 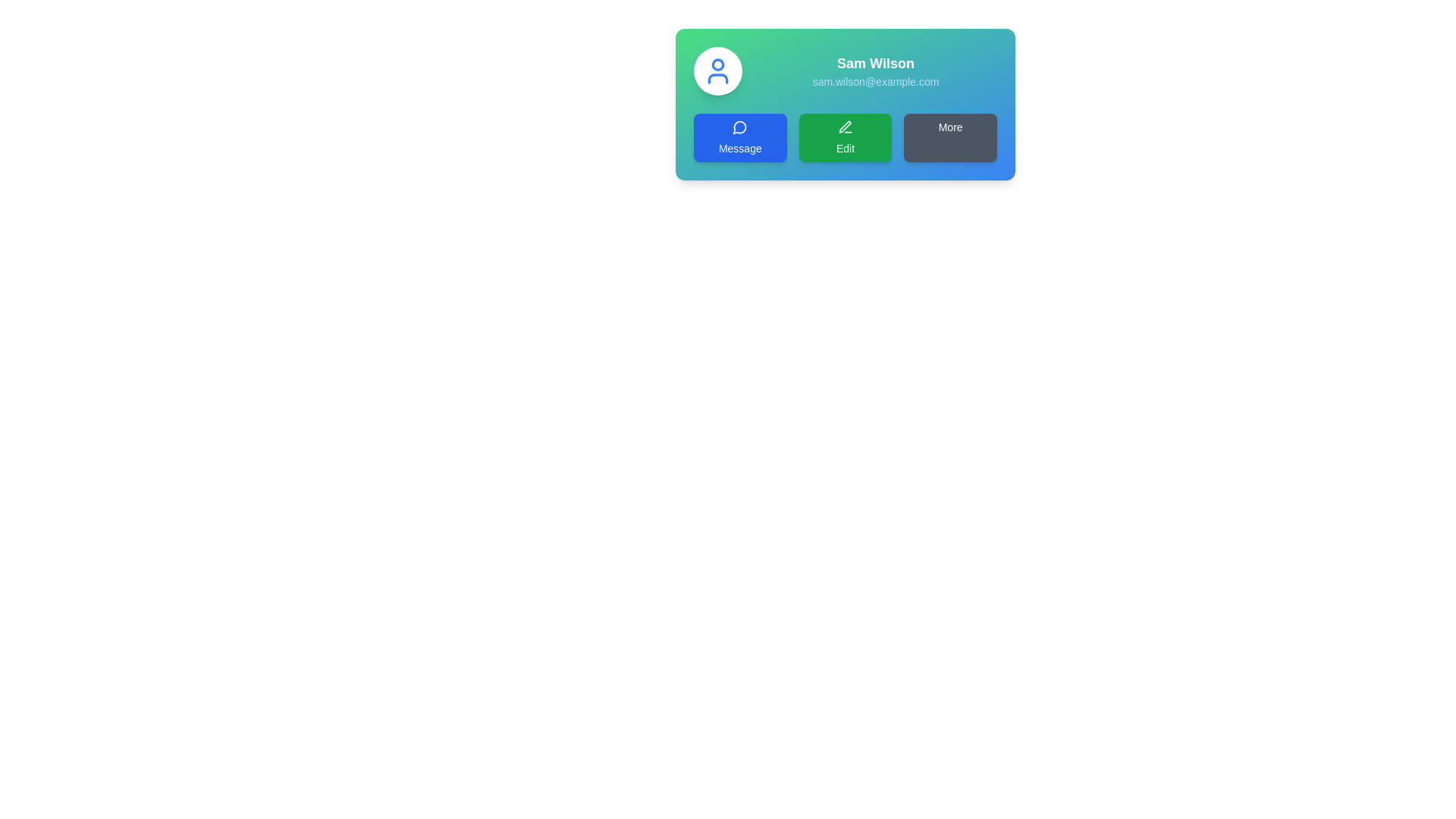 What do you see at coordinates (717, 71) in the screenshot?
I see `the profile icon representing the user 'Sam Wilson' to initiate a related action` at bounding box center [717, 71].